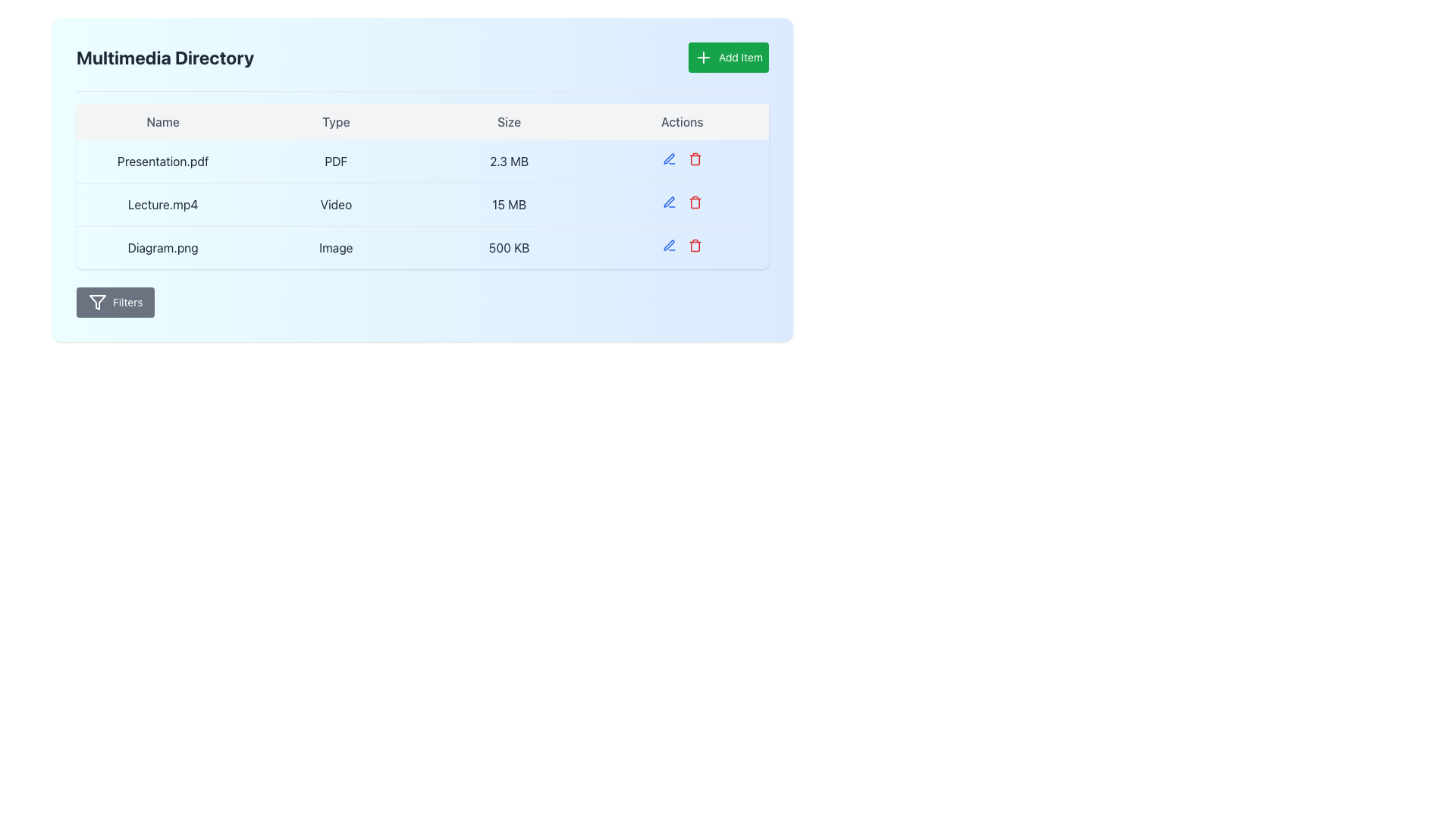  I want to click on the label for the file titled 'Presentation.pdf', so click(163, 161).